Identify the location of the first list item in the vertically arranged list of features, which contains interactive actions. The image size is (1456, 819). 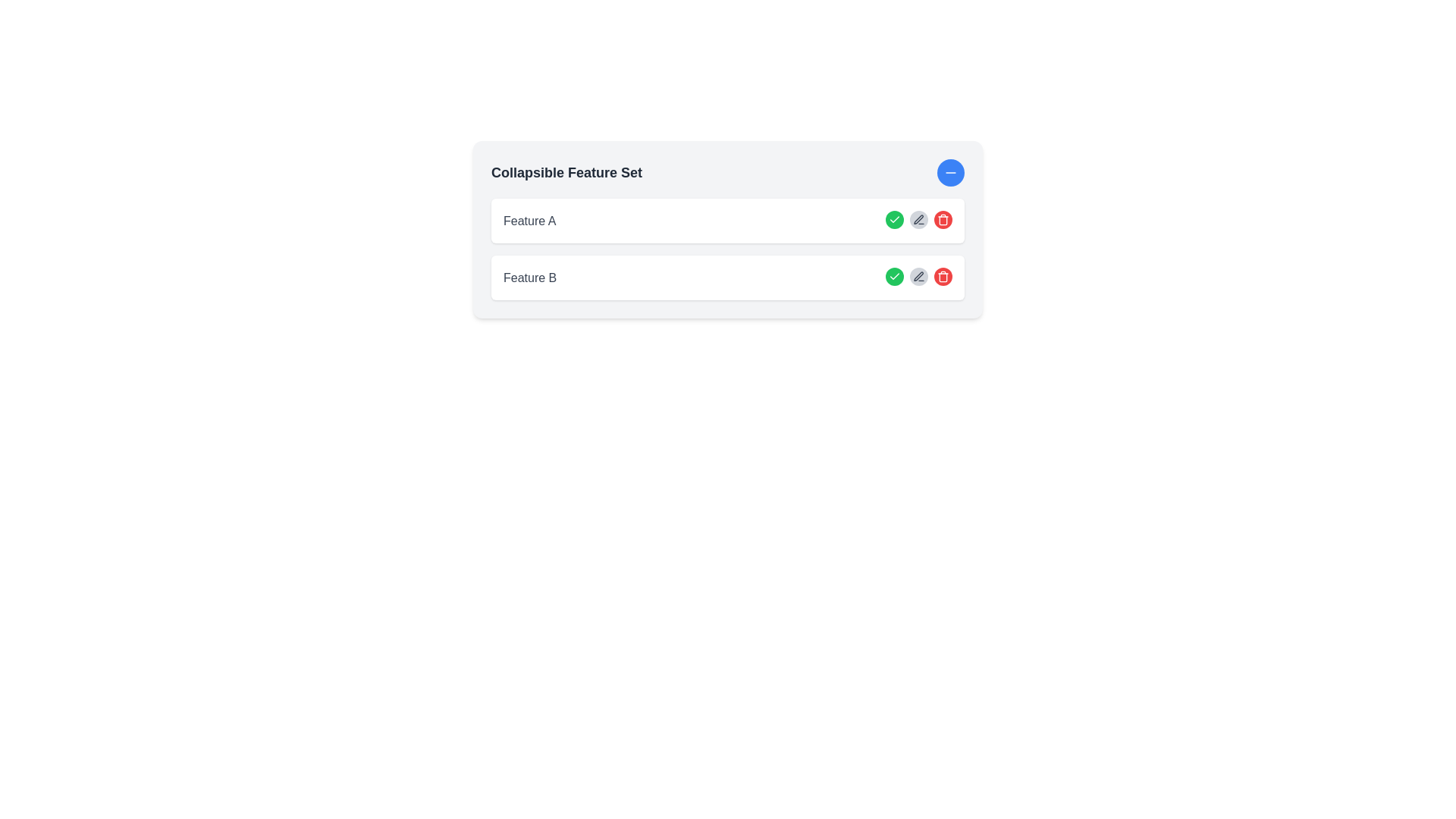
(728, 221).